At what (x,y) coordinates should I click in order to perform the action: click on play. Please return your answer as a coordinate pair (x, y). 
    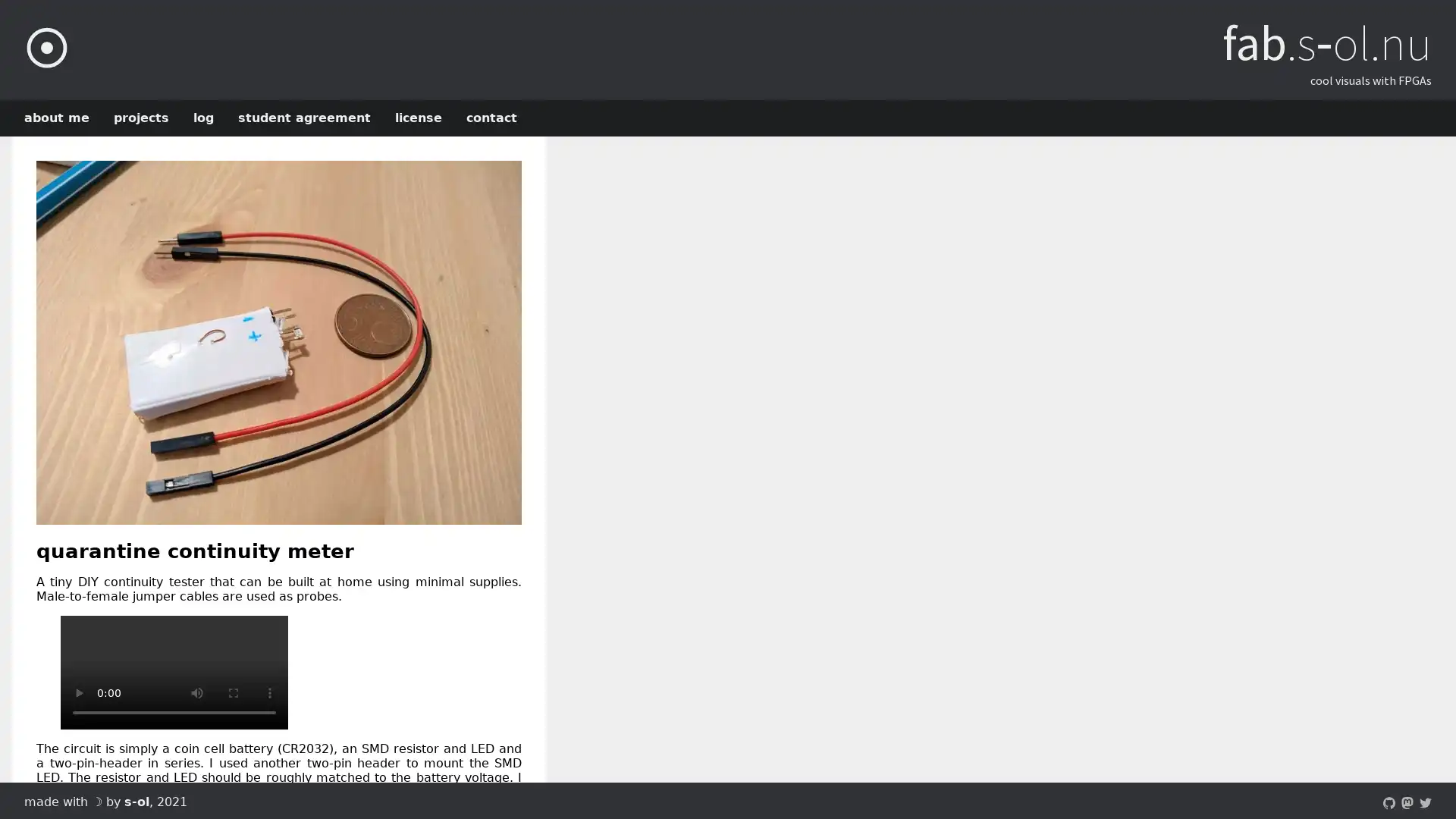
    Looking at the image, I should click on (78, 693).